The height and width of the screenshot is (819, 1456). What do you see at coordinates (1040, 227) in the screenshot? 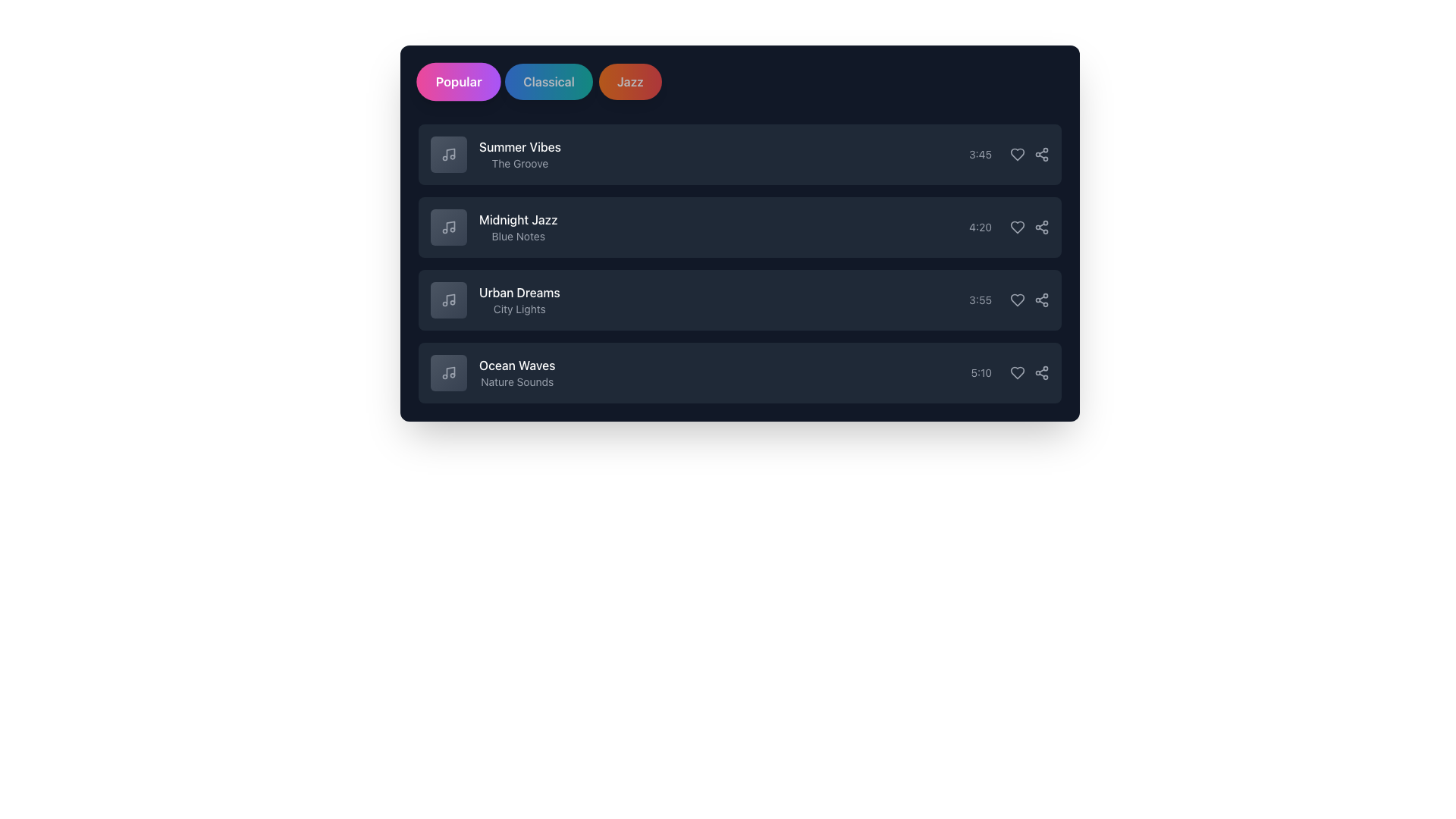
I see `the Share button icon, which is a gray triangular pattern made of three connected circles, located at the far right of the second entry in a list of interactive controls` at bounding box center [1040, 227].